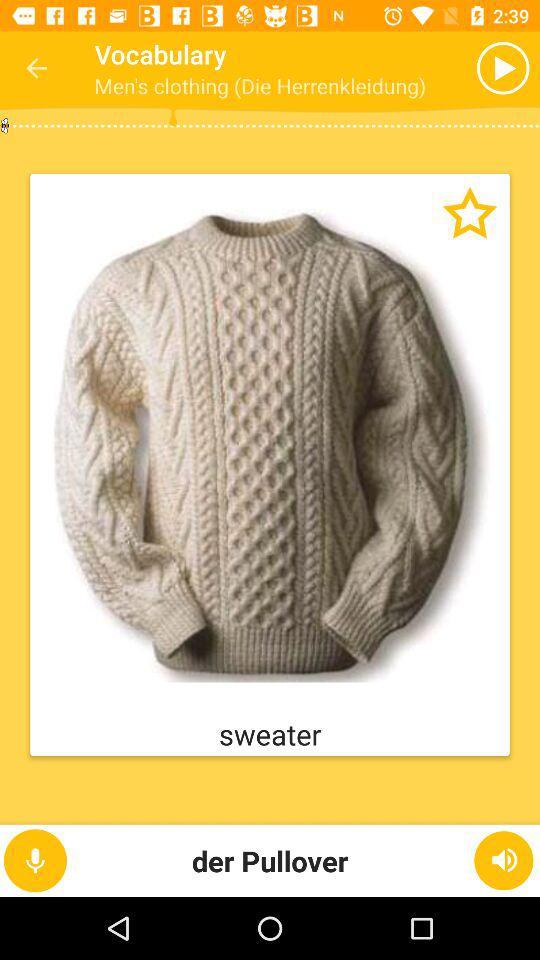  What do you see at coordinates (503, 859) in the screenshot?
I see `the volume icon` at bounding box center [503, 859].